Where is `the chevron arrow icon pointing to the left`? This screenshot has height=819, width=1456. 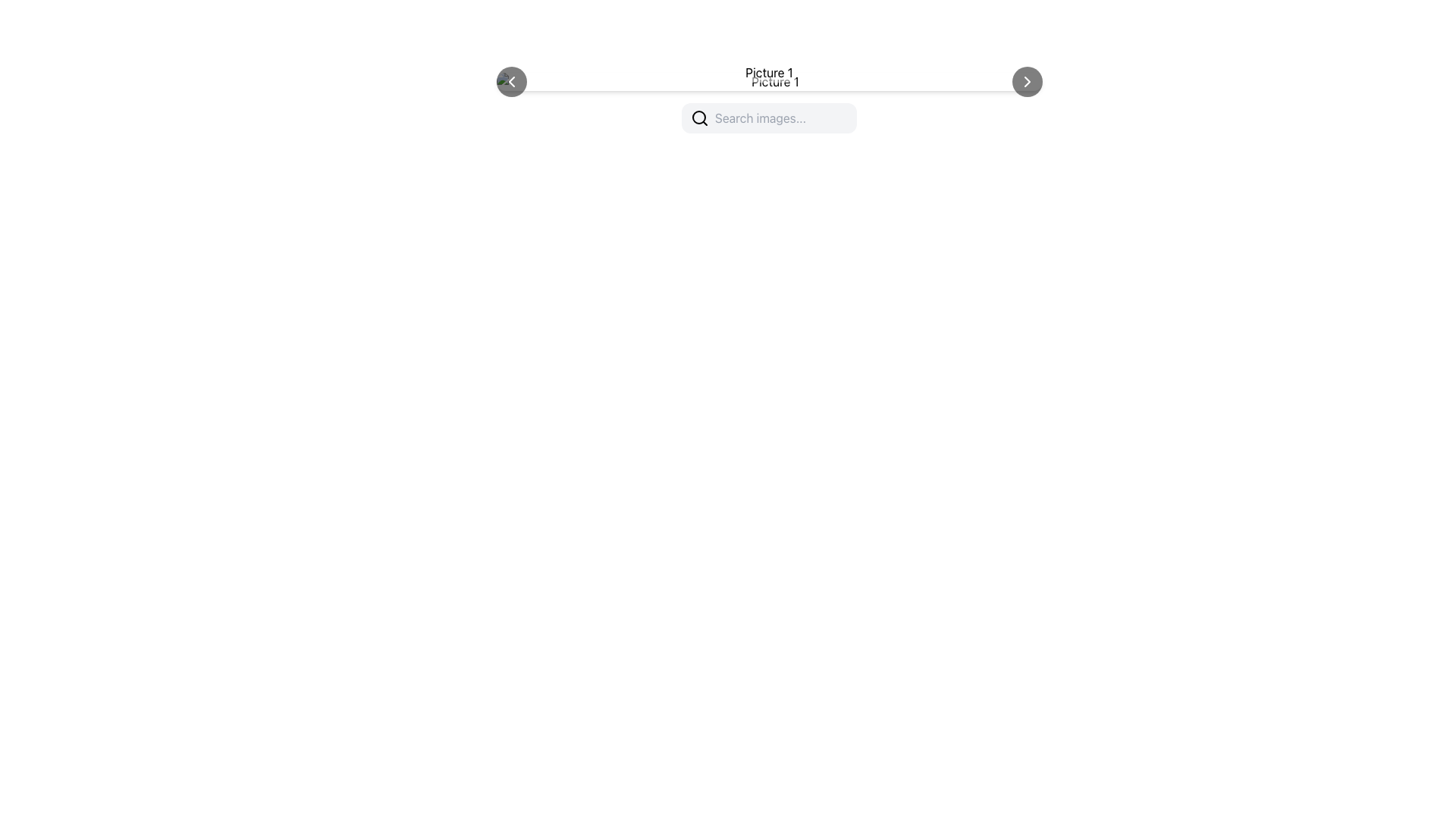 the chevron arrow icon pointing to the left is located at coordinates (511, 82).